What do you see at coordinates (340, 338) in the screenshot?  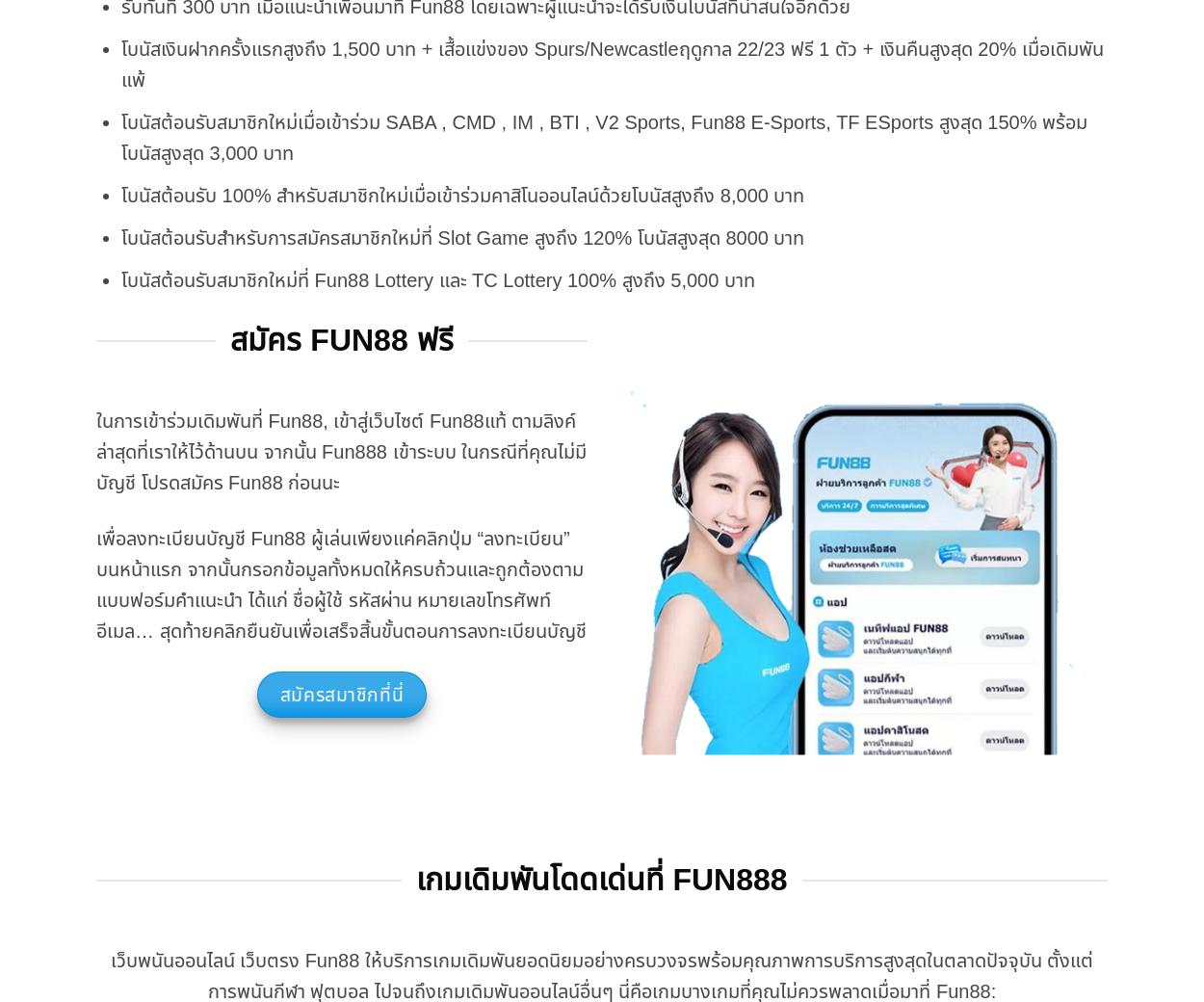 I see `'สมัคร Fun88 ฟรี'` at bounding box center [340, 338].